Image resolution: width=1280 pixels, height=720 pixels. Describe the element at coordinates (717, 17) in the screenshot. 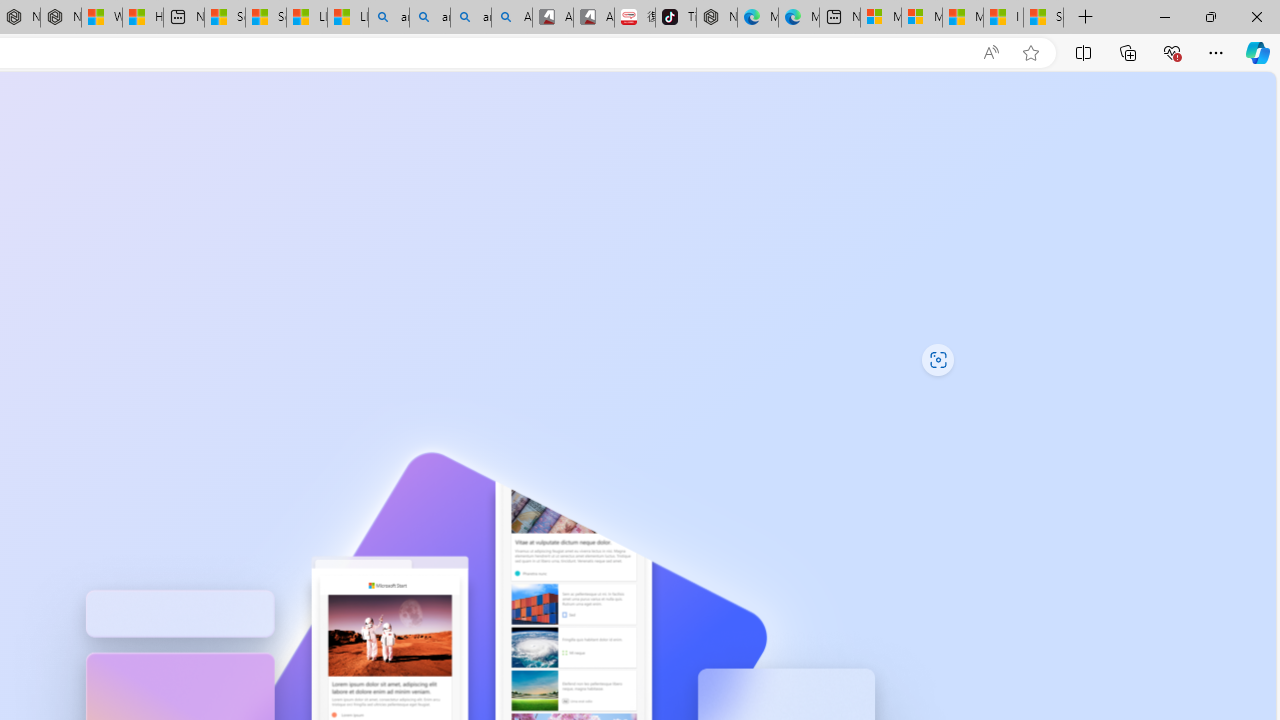

I see `'Nordace - Best Sellers'` at that location.